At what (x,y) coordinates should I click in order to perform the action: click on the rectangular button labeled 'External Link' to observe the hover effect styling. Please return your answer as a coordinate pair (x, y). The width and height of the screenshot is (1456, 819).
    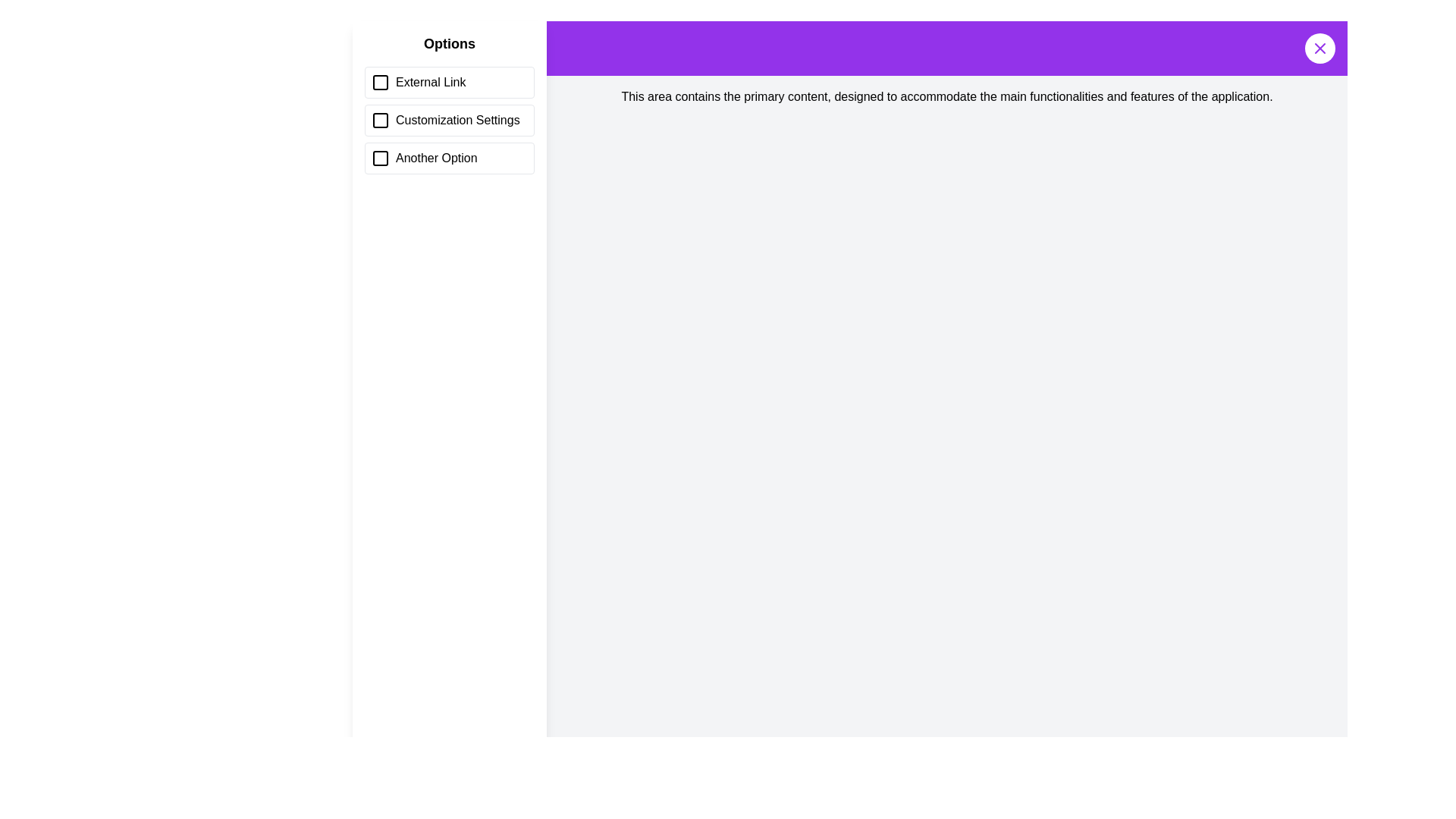
    Looking at the image, I should click on (449, 82).